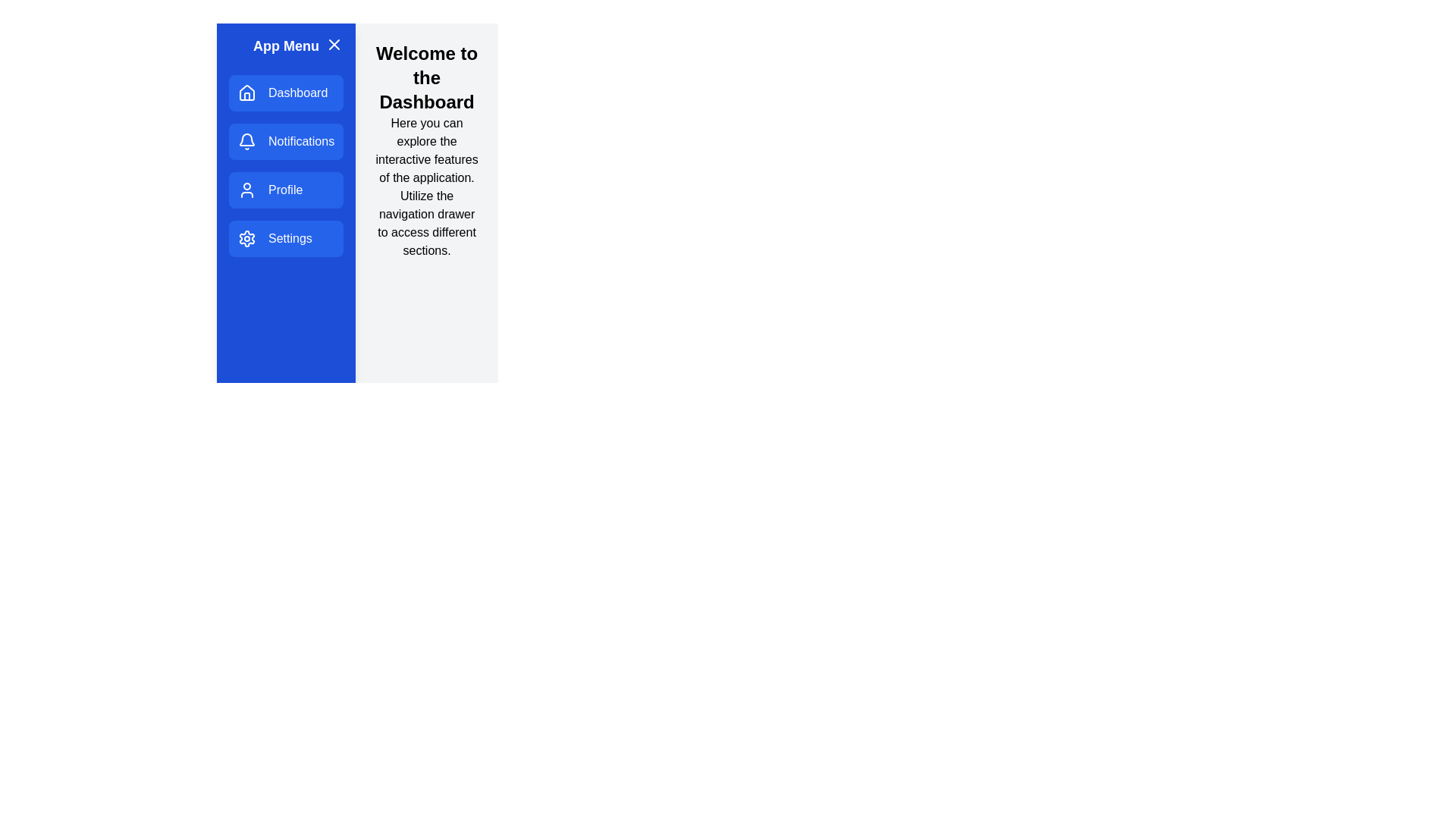 The width and height of the screenshot is (1456, 819). What do you see at coordinates (298, 93) in the screenshot?
I see `the 'Dashboard' text label in the navigation menu for visual feedback` at bounding box center [298, 93].